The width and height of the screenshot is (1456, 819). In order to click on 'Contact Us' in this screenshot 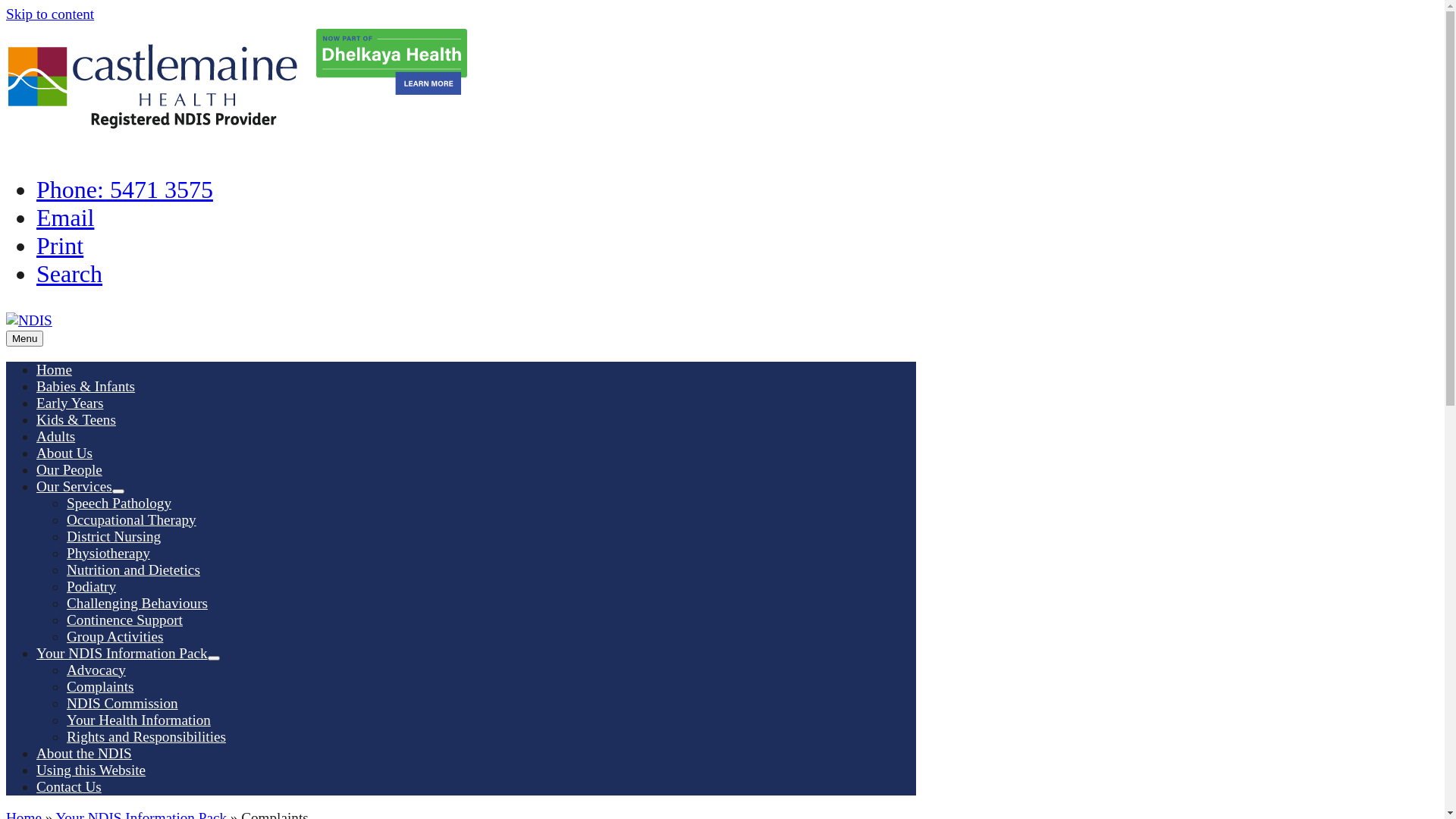, I will do `click(68, 786)`.